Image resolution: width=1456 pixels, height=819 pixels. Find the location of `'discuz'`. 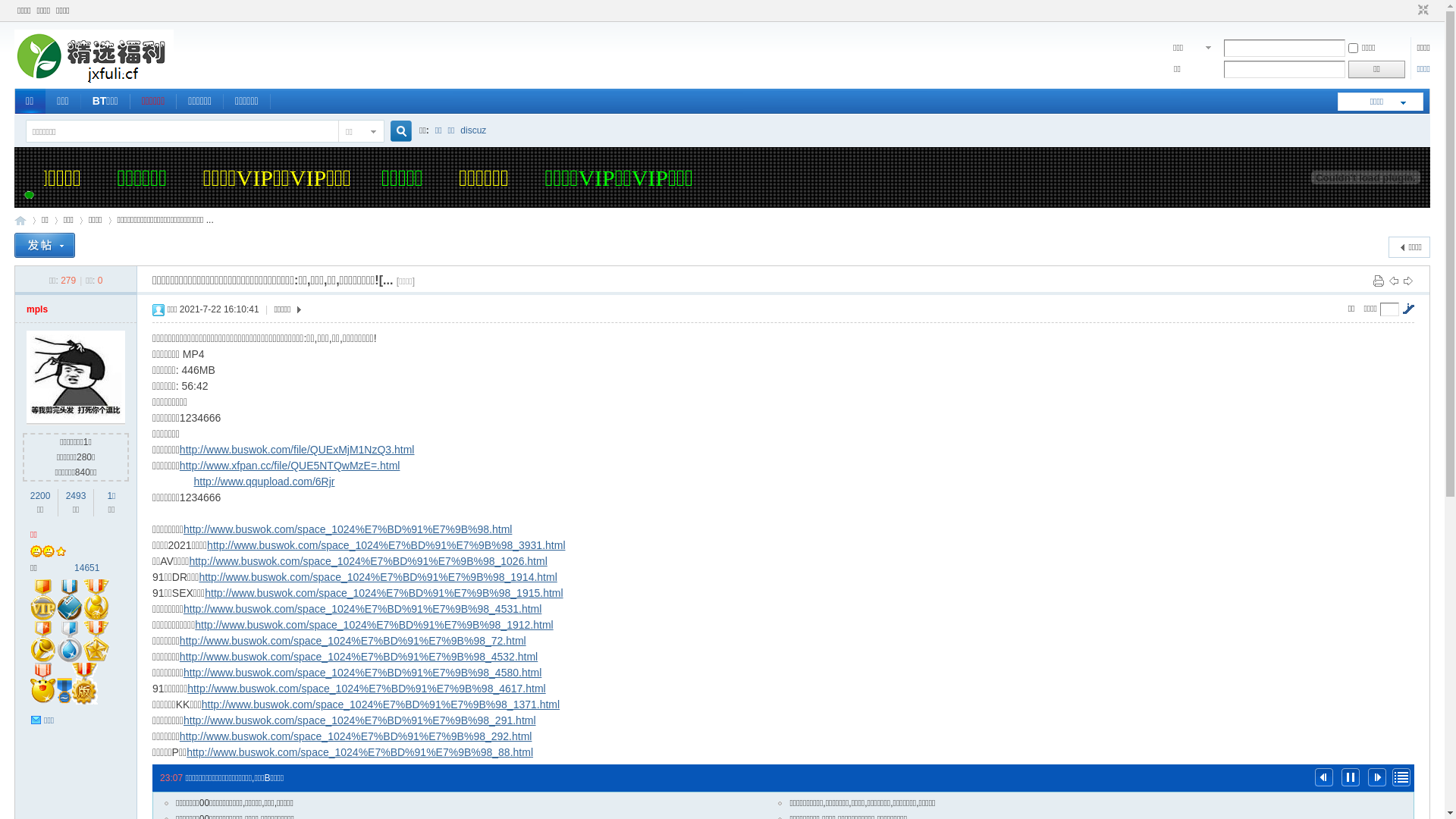

'discuz' is located at coordinates (459, 130).